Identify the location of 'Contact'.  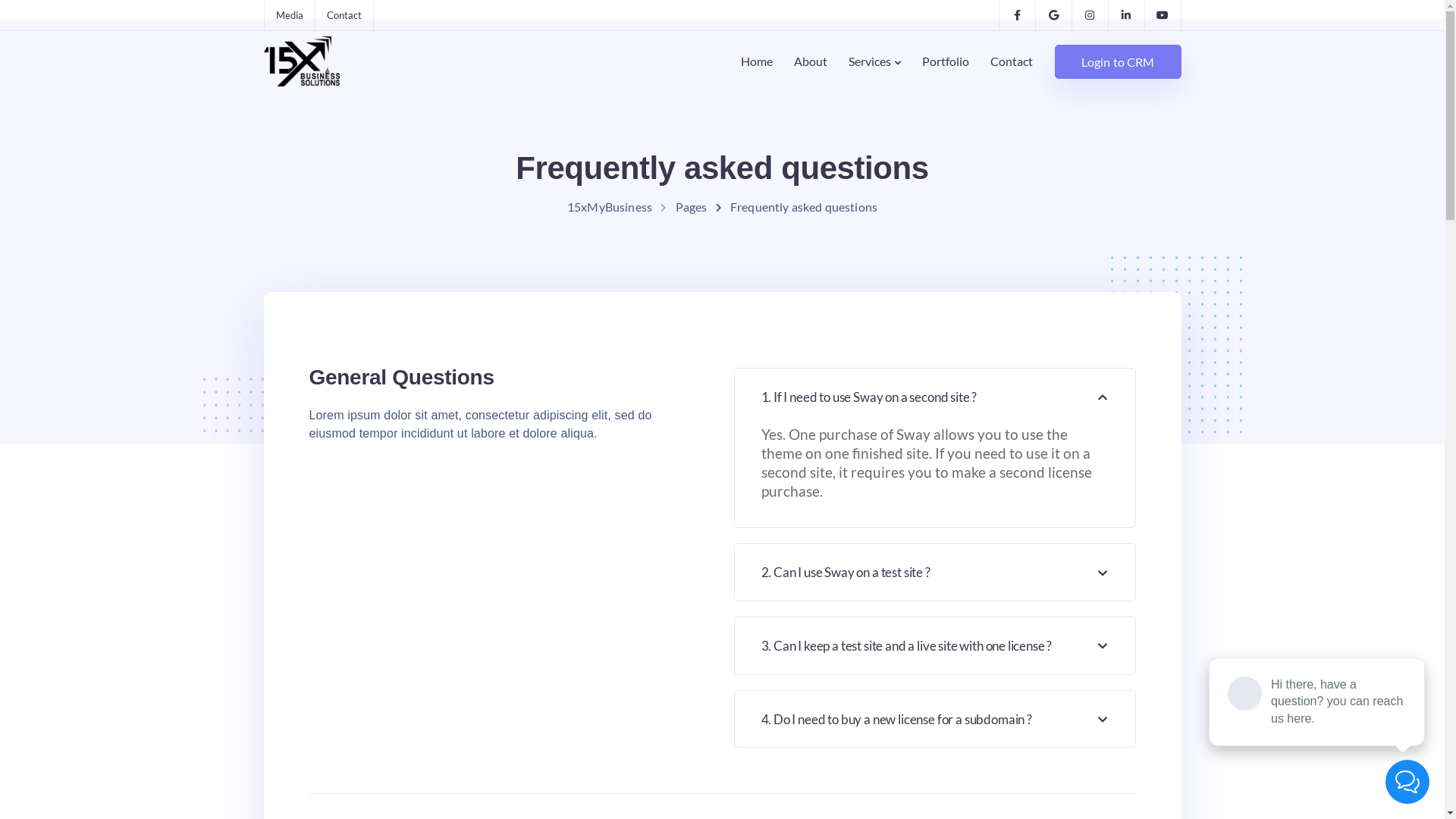
(1012, 61).